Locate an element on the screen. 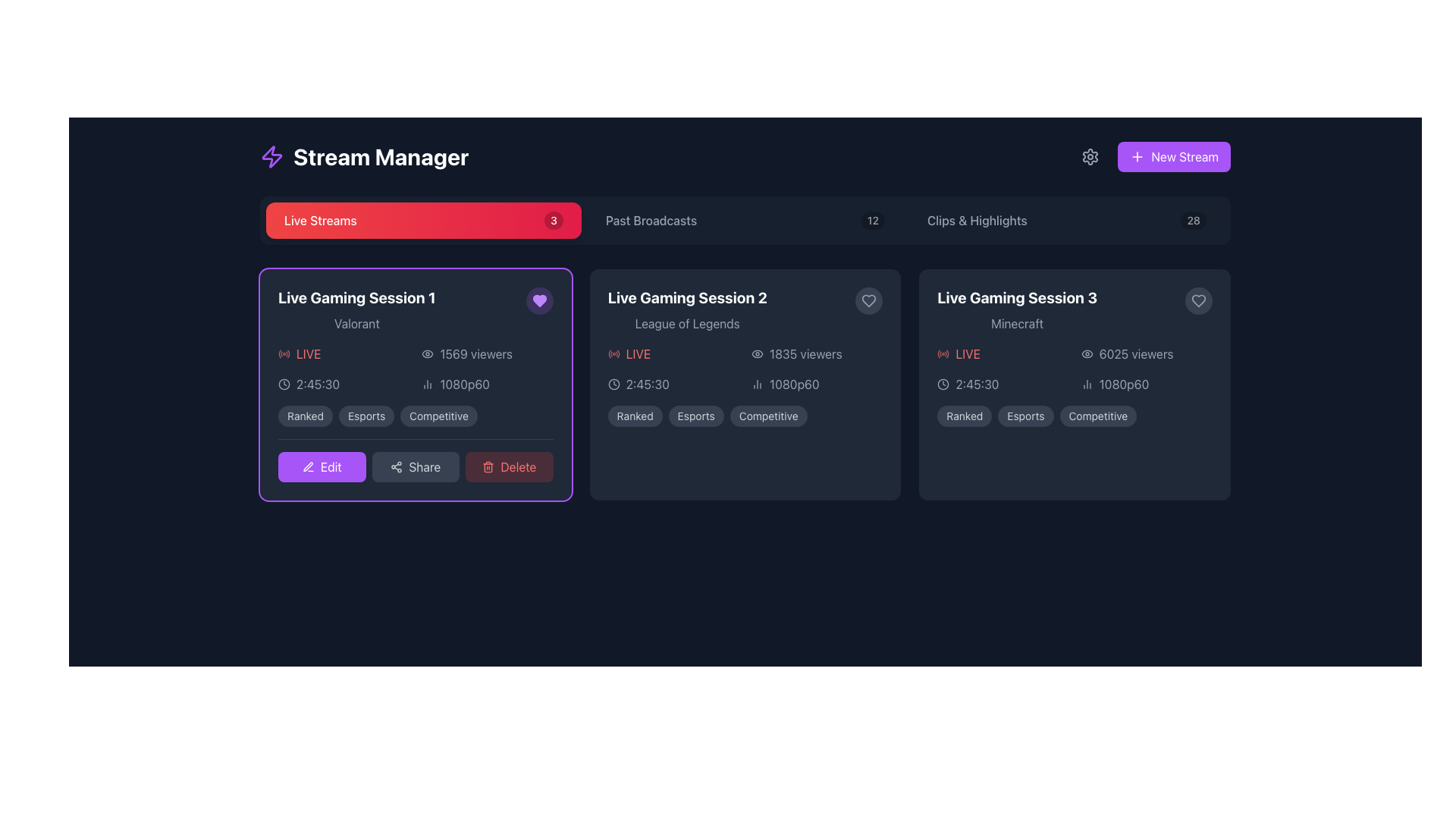  the content of the third label located at the bottom of the 'Live Gaming Session 3' card, which categorizes or tags the session is located at coordinates (1098, 416).